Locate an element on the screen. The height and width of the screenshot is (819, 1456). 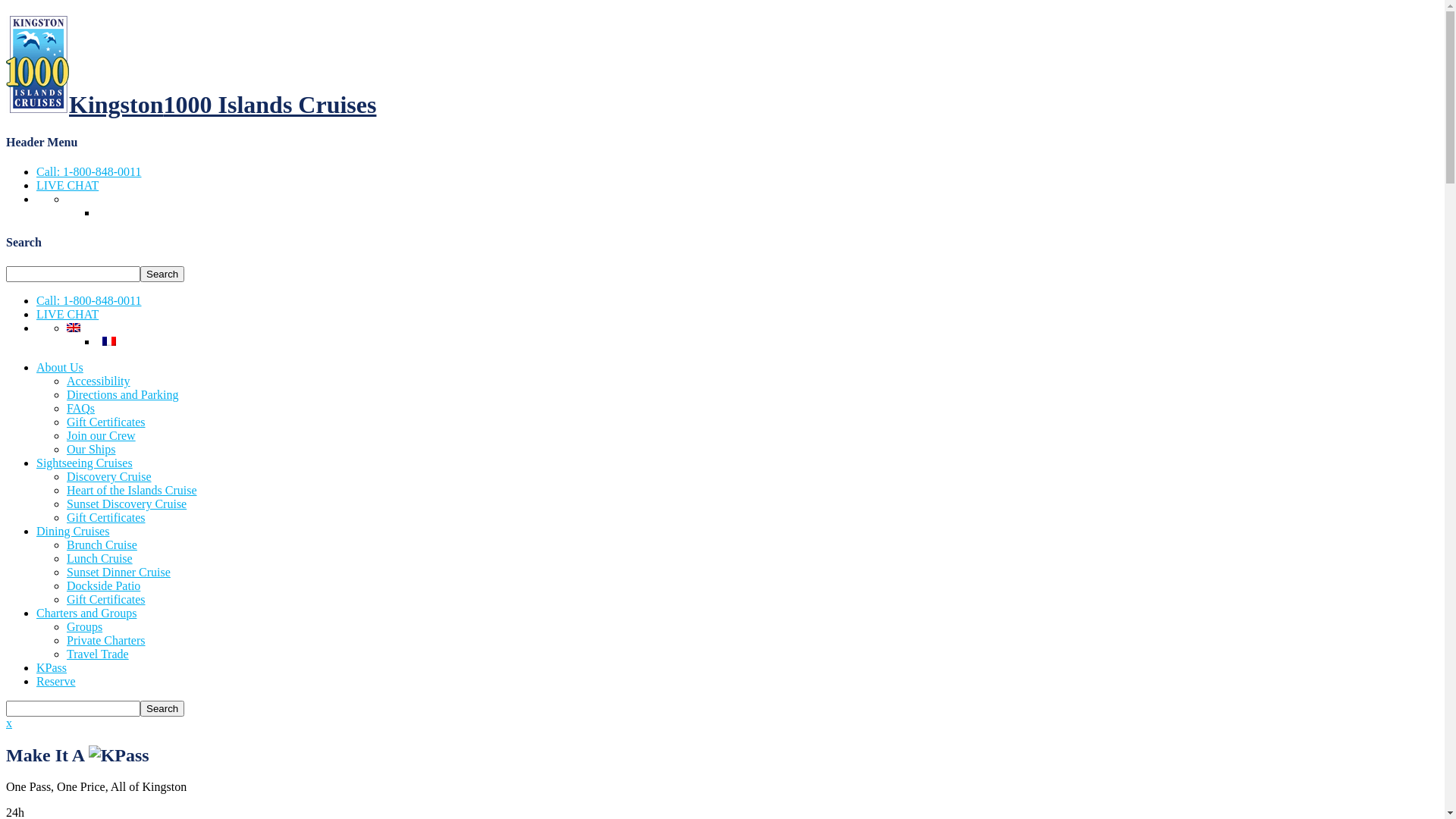
'Sunset Dinner Cruise' is located at coordinates (118, 572).